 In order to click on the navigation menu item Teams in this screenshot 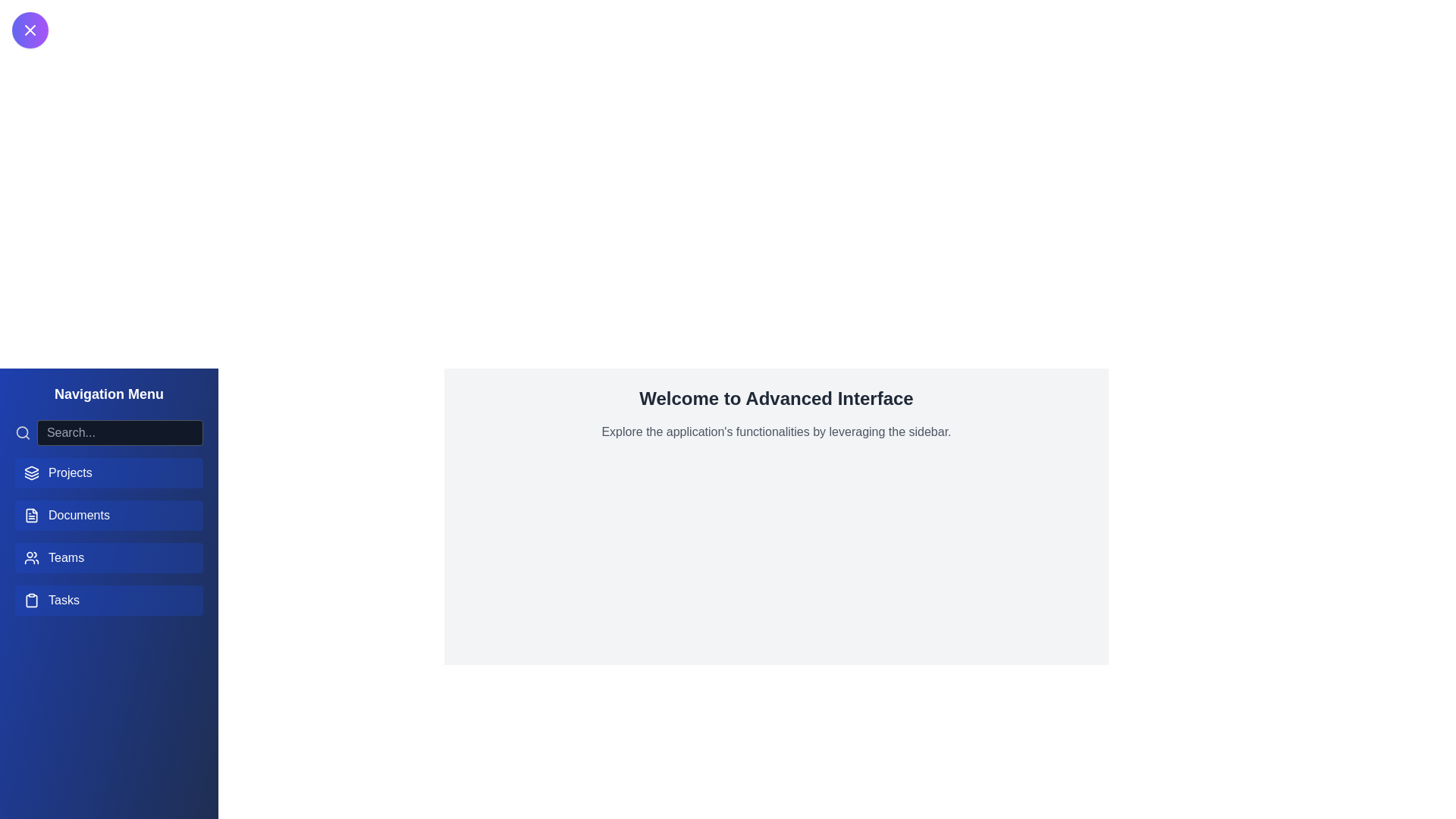, I will do `click(108, 558)`.